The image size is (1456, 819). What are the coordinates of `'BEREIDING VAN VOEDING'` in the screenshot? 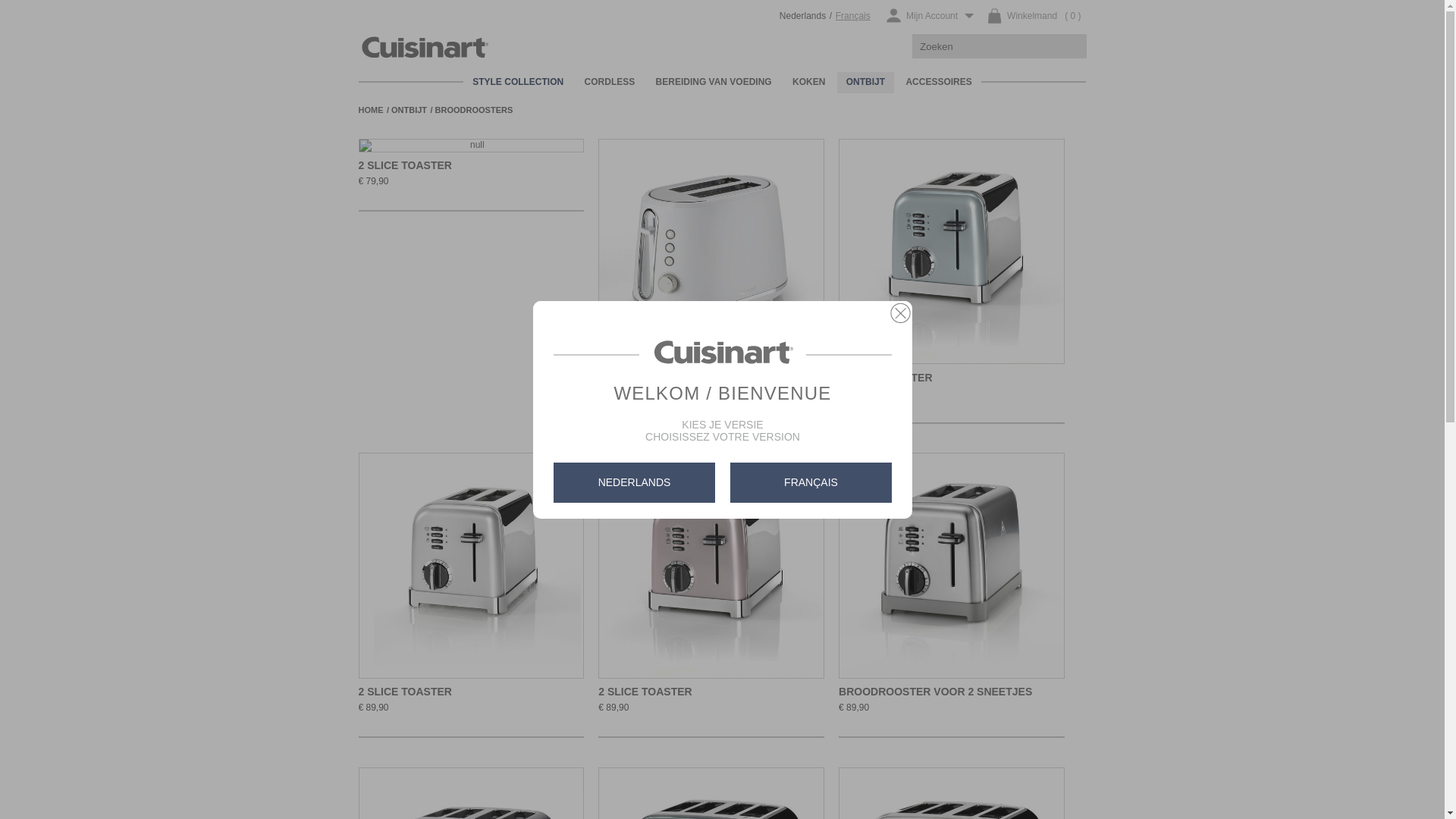 It's located at (713, 82).